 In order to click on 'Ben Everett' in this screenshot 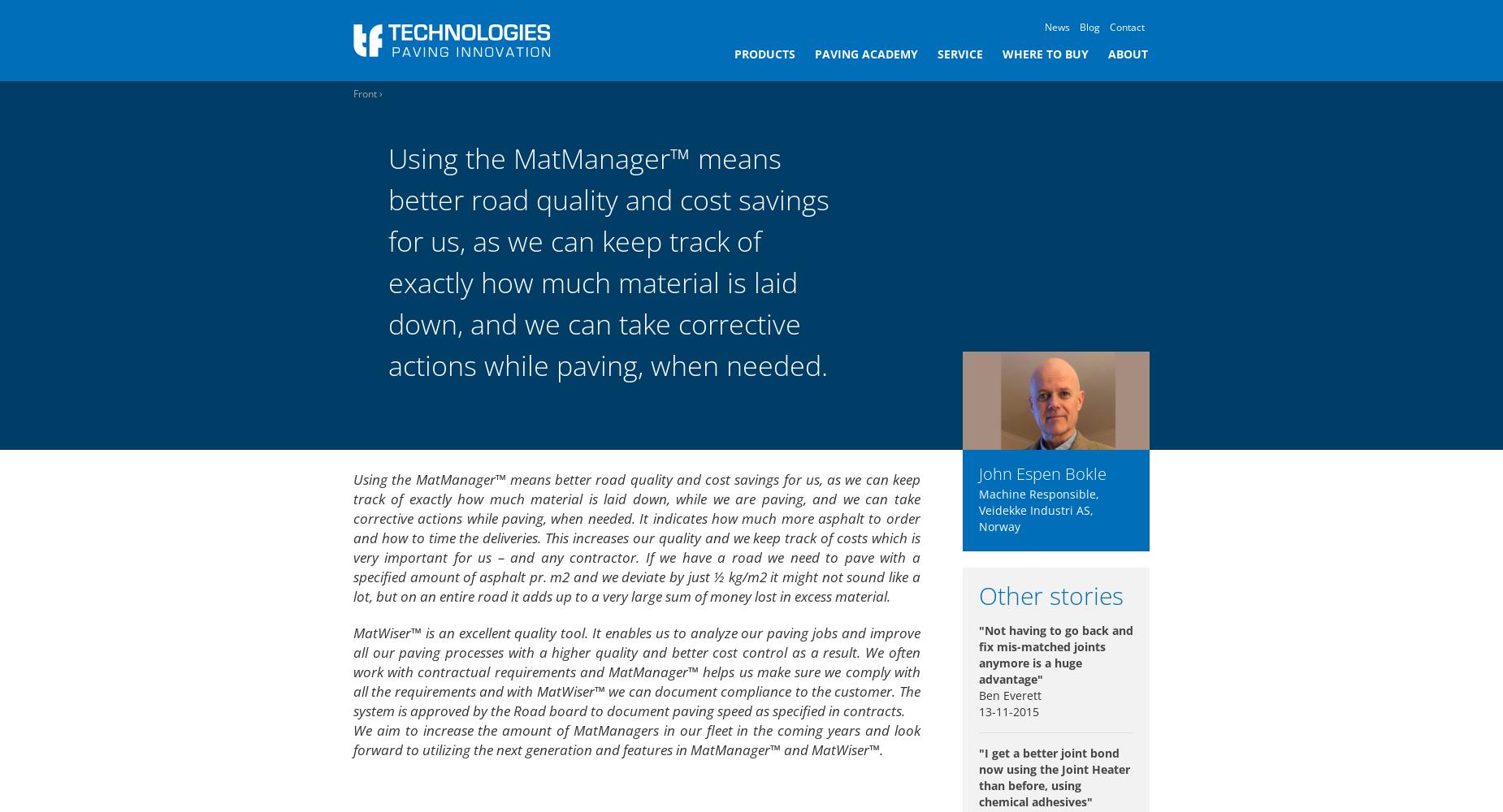, I will do `click(978, 694)`.